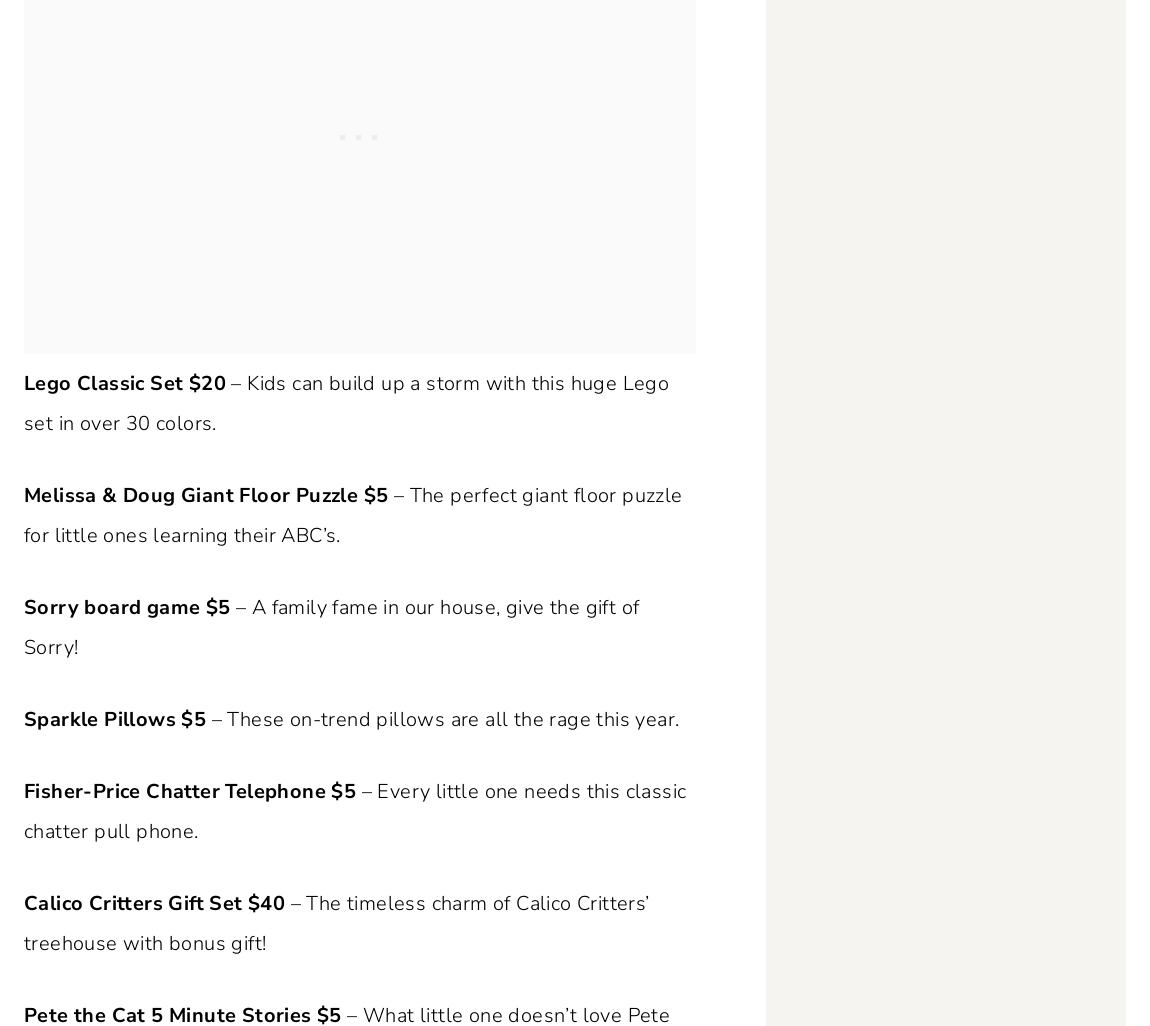 Image resolution: width=1150 pixels, height=1026 pixels. Describe the element at coordinates (114, 719) in the screenshot. I see `'Sparkle Pillows $5'` at that location.